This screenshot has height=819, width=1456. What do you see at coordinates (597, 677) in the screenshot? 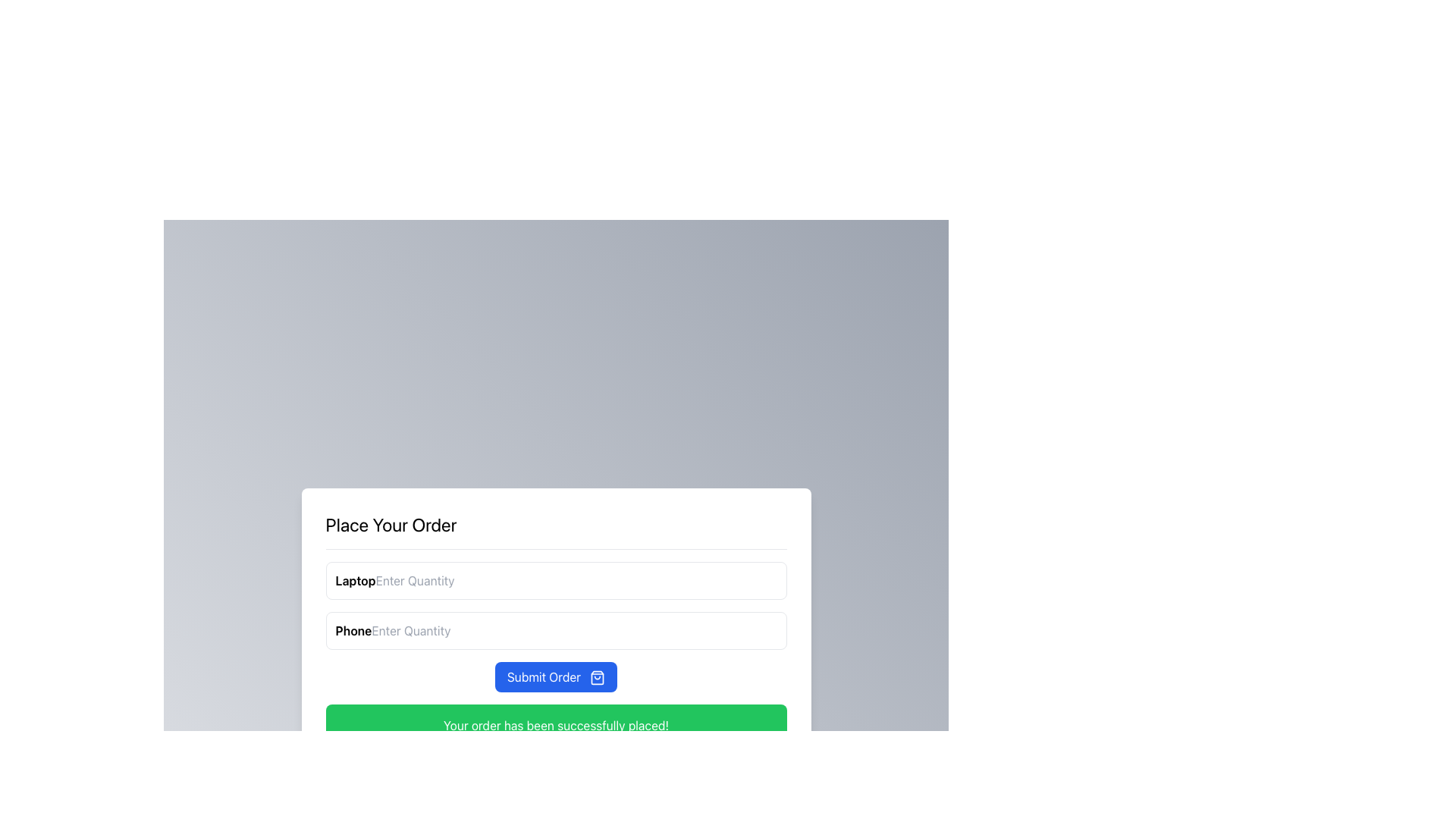
I see `the shopping bag icon located within the 'Submit Order' button, positioned to the right of the text 'Submit Order'` at bounding box center [597, 677].